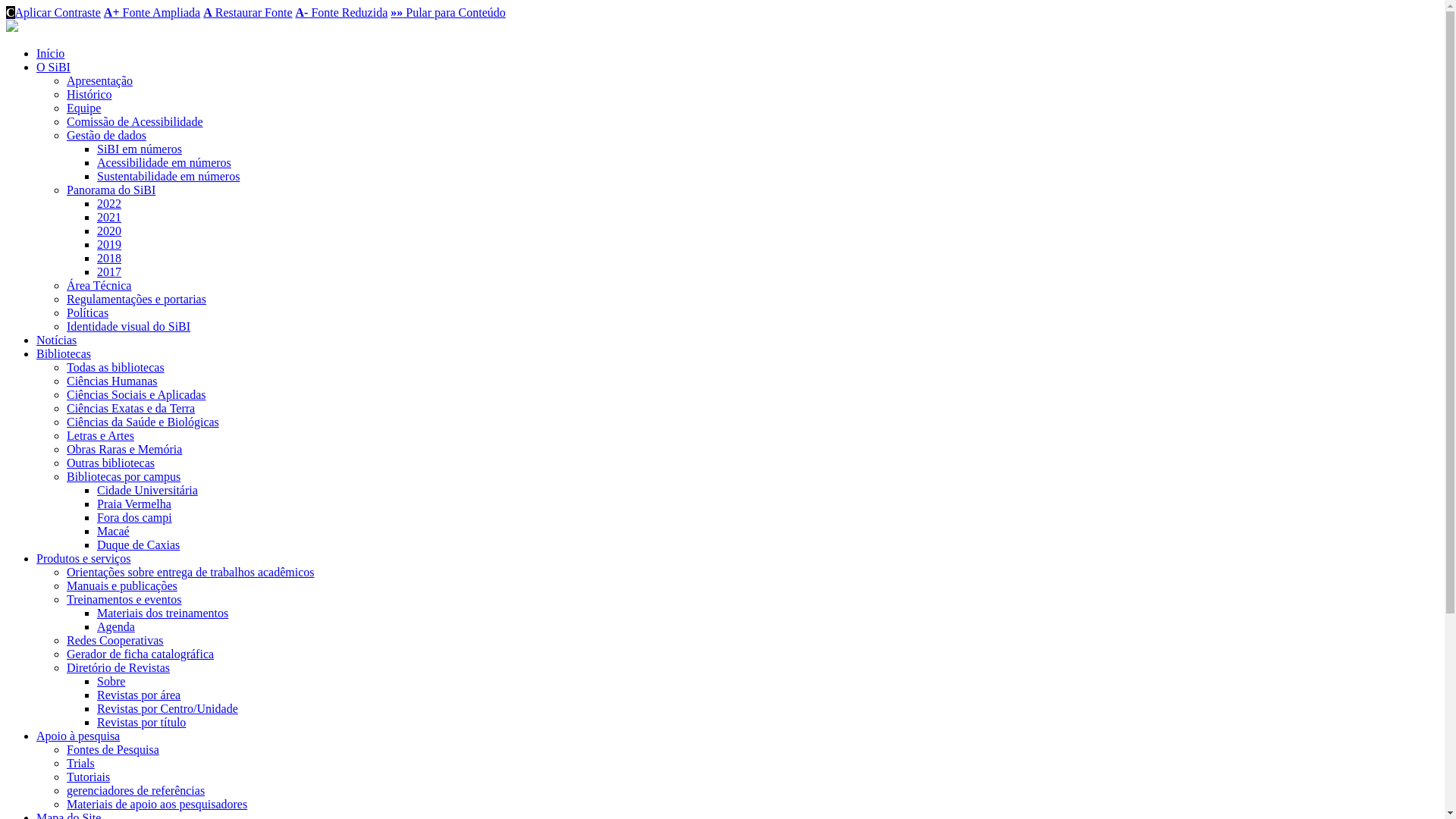 The image size is (1456, 819). Describe the element at coordinates (65, 640) in the screenshot. I see `'Redes Cooperativas'` at that location.